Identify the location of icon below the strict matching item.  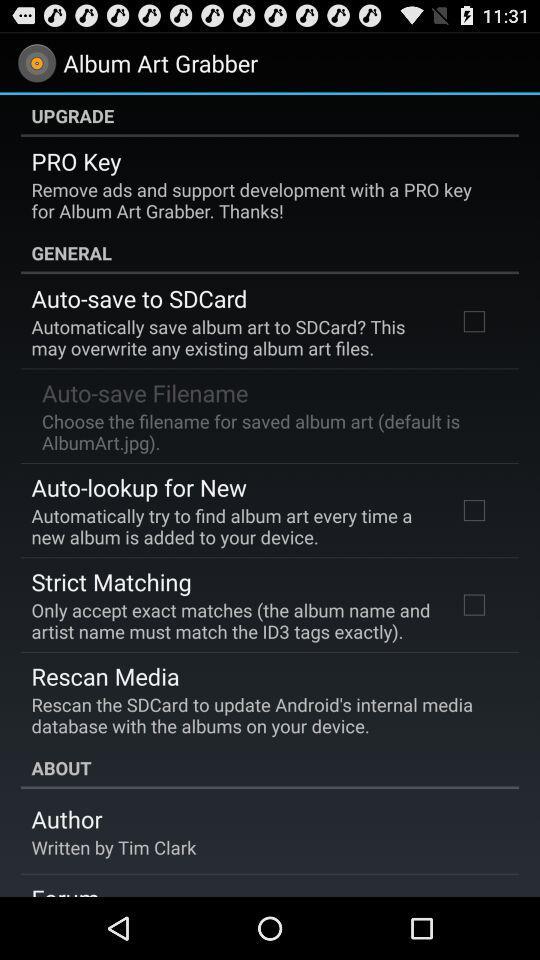
(230, 619).